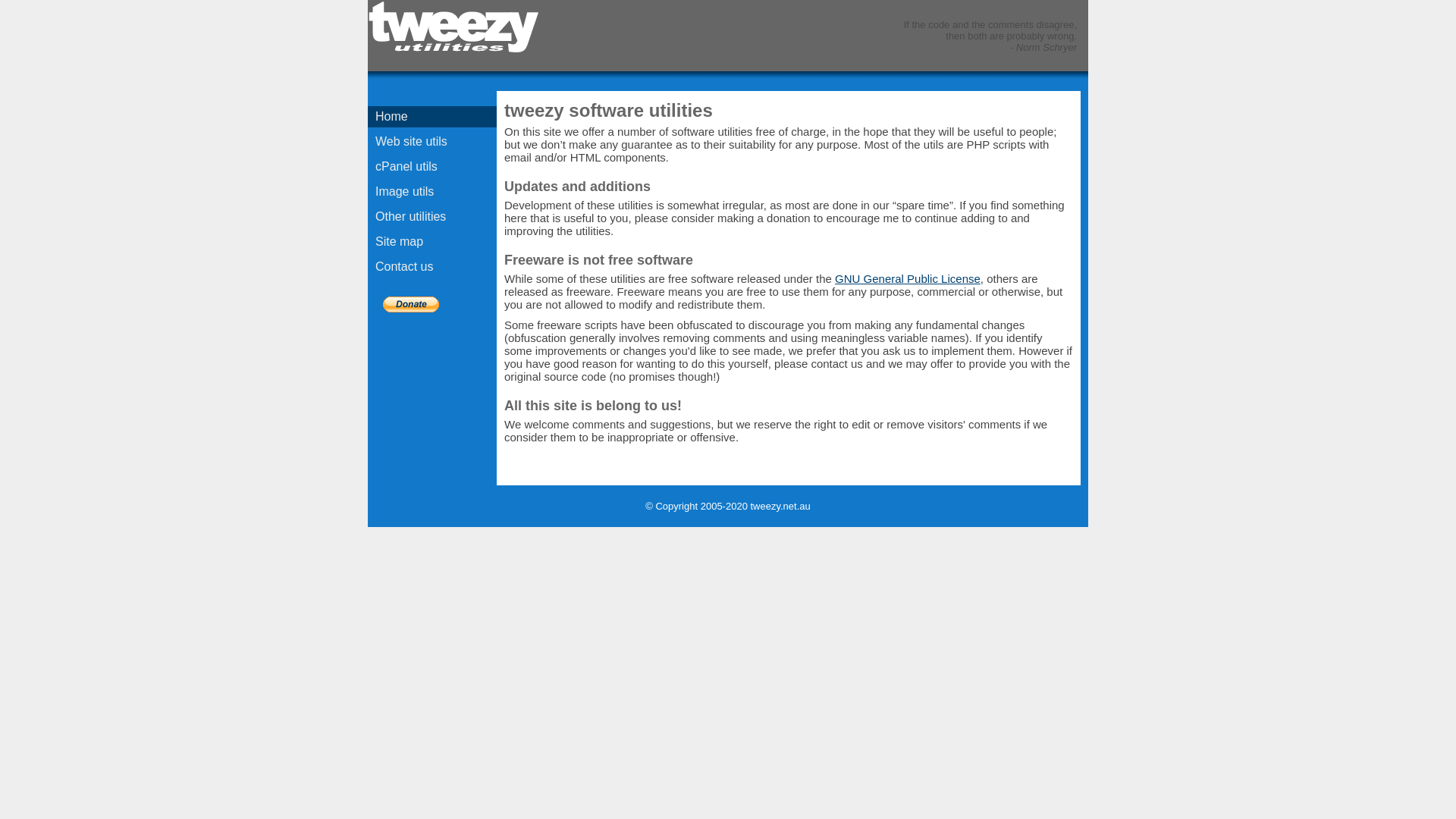  What do you see at coordinates (431, 191) in the screenshot?
I see `'Image utils'` at bounding box center [431, 191].